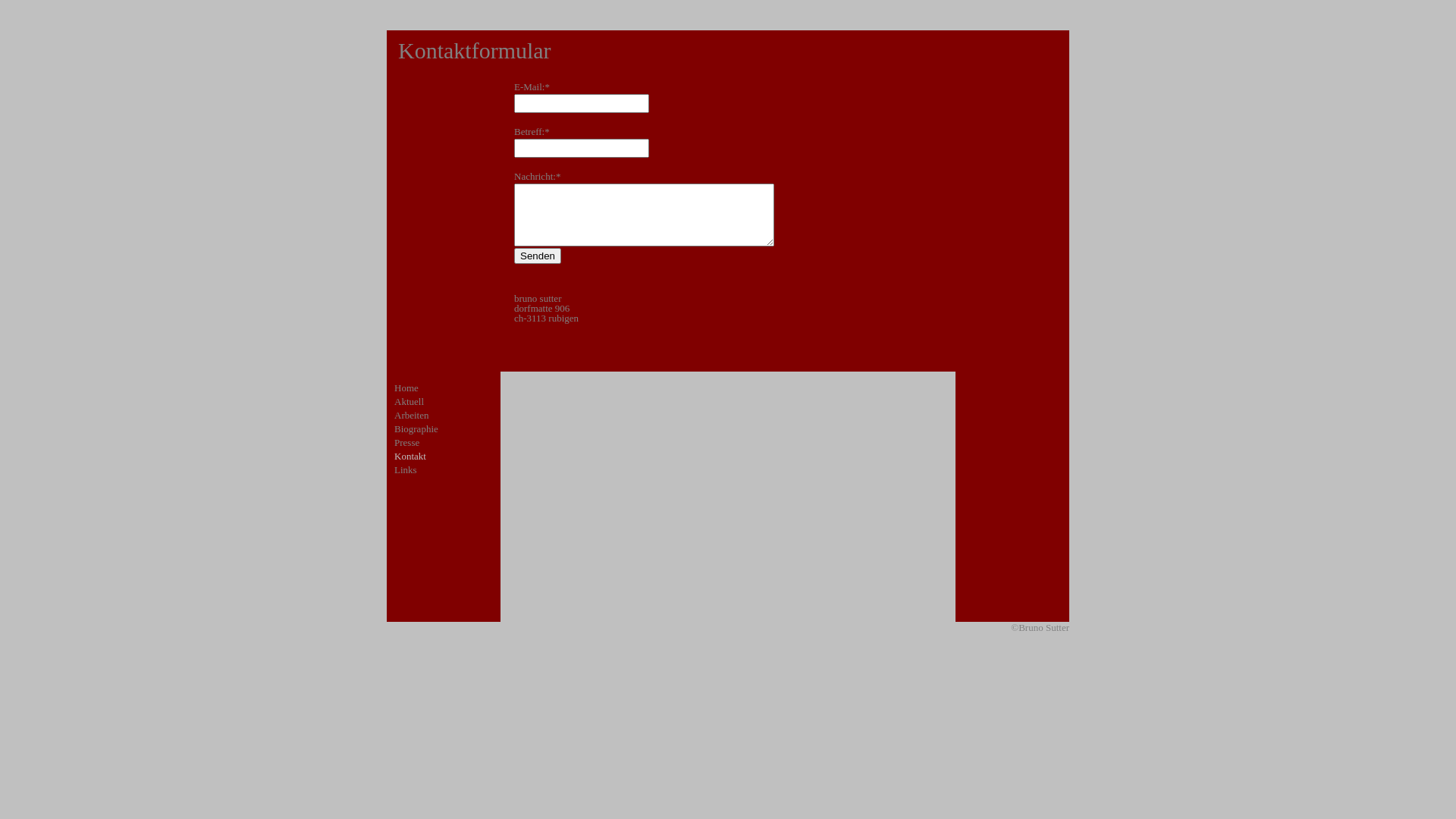  Describe the element at coordinates (386, 486) in the screenshot. I see `' '` at that location.